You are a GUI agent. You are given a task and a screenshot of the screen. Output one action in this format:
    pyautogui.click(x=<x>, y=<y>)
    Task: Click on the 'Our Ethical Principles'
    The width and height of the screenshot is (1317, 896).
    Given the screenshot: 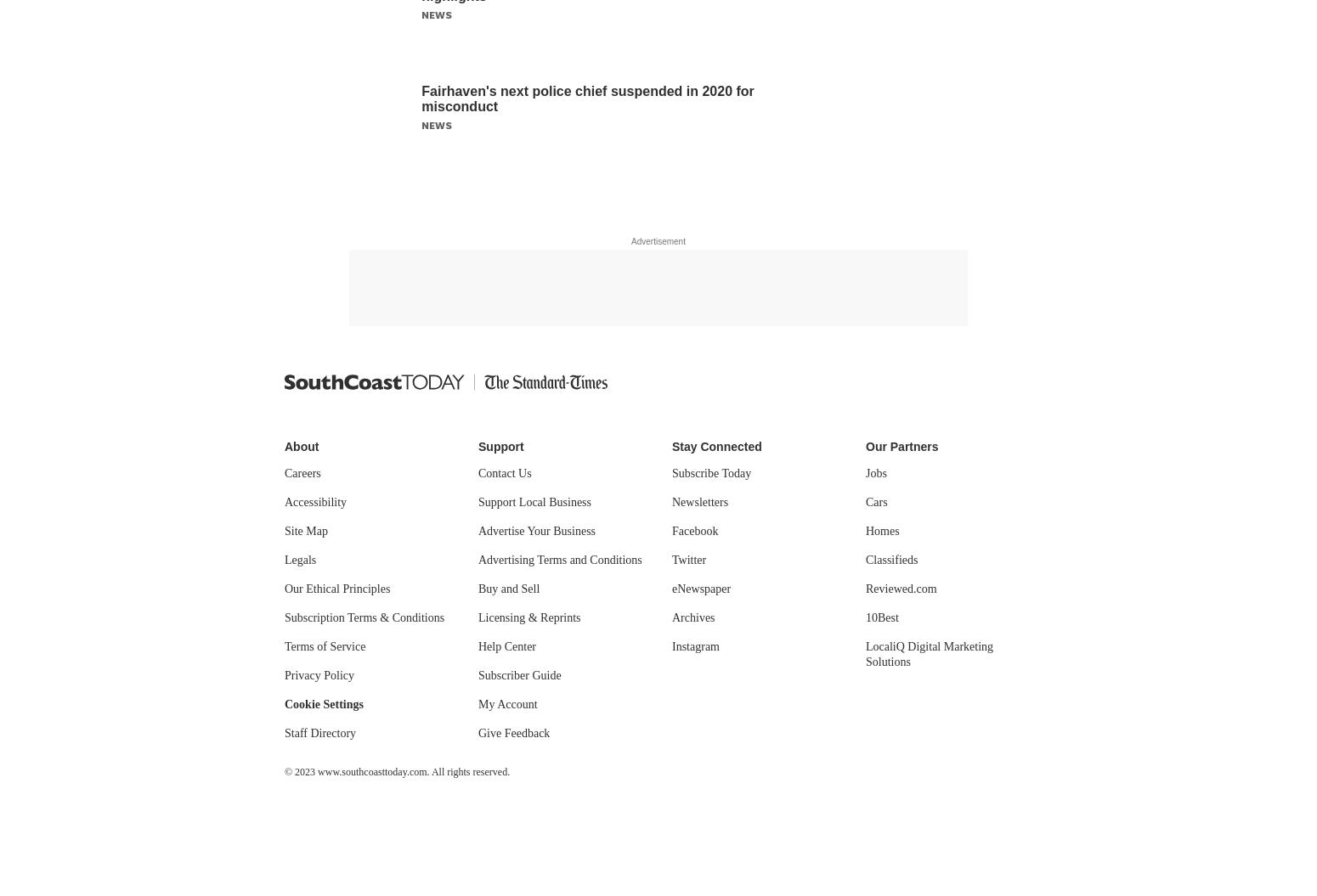 What is the action you would take?
    pyautogui.click(x=336, y=588)
    